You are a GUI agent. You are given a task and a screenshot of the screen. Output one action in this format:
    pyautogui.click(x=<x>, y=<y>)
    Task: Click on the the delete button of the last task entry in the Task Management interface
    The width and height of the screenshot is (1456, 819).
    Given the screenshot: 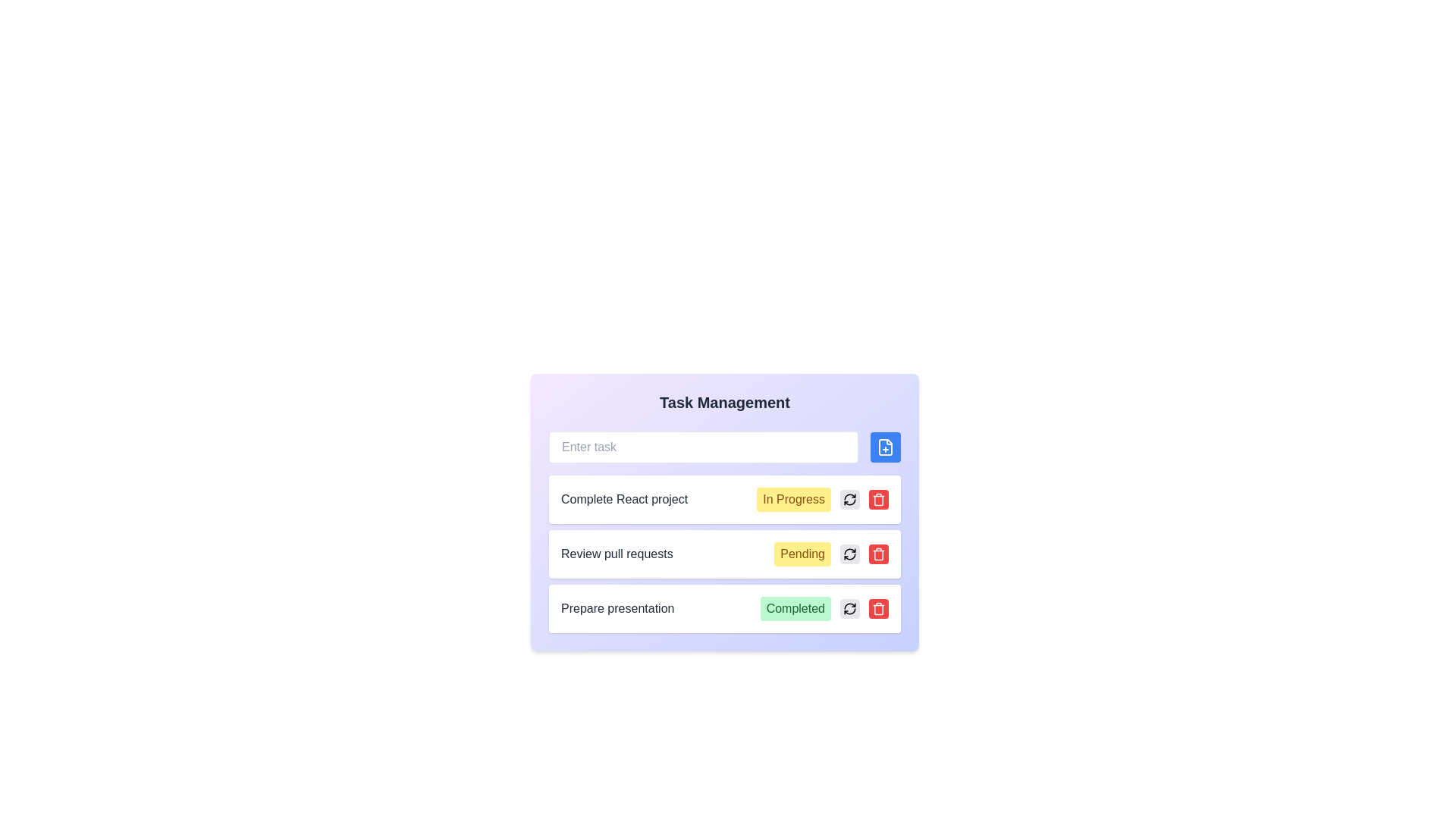 What is the action you would take?
    pyautogui.click(x=723, y=607)
    